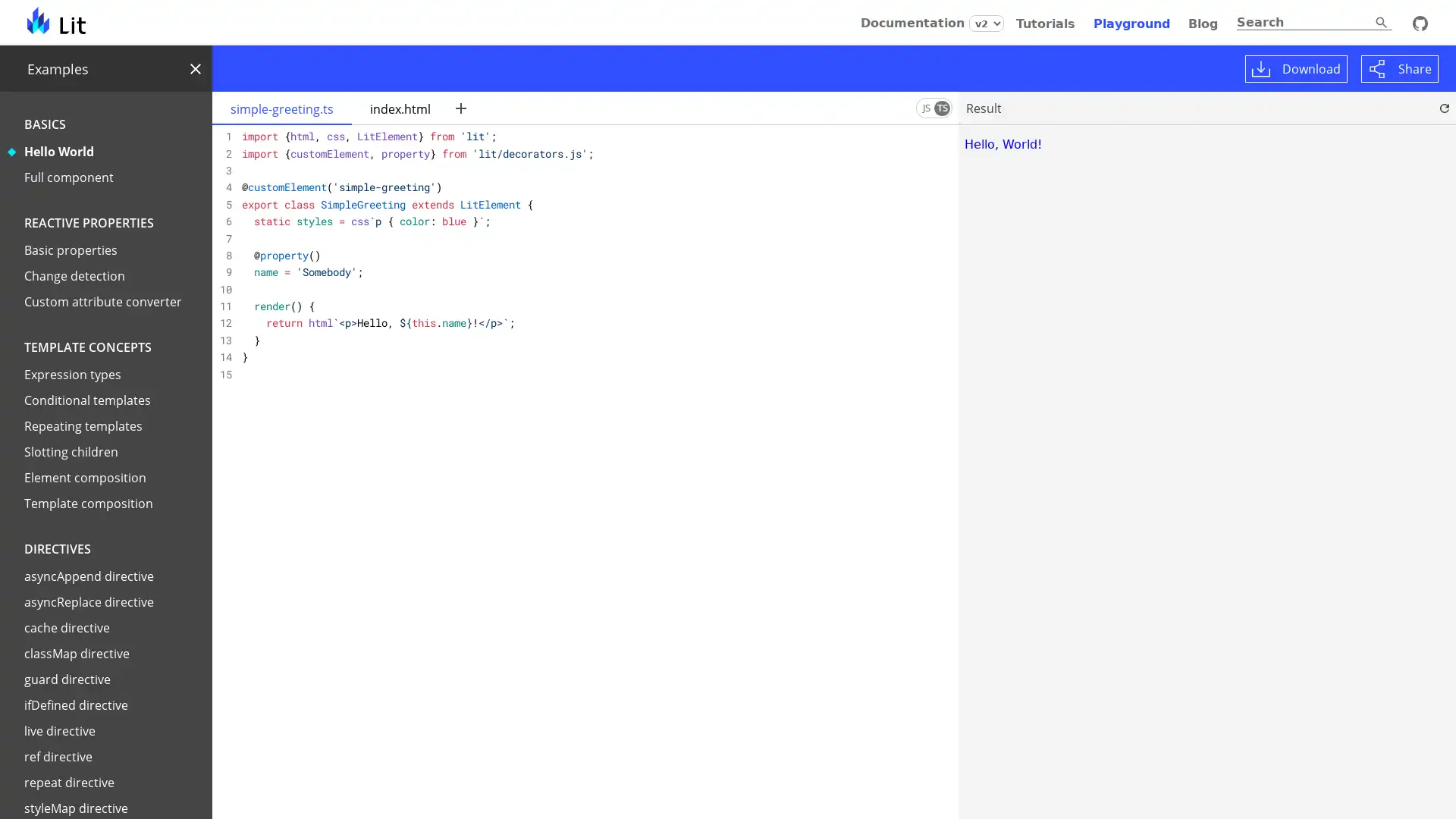  Describe the element at coordinates (460, 107) in the screenshot. I see `New file` at that location.